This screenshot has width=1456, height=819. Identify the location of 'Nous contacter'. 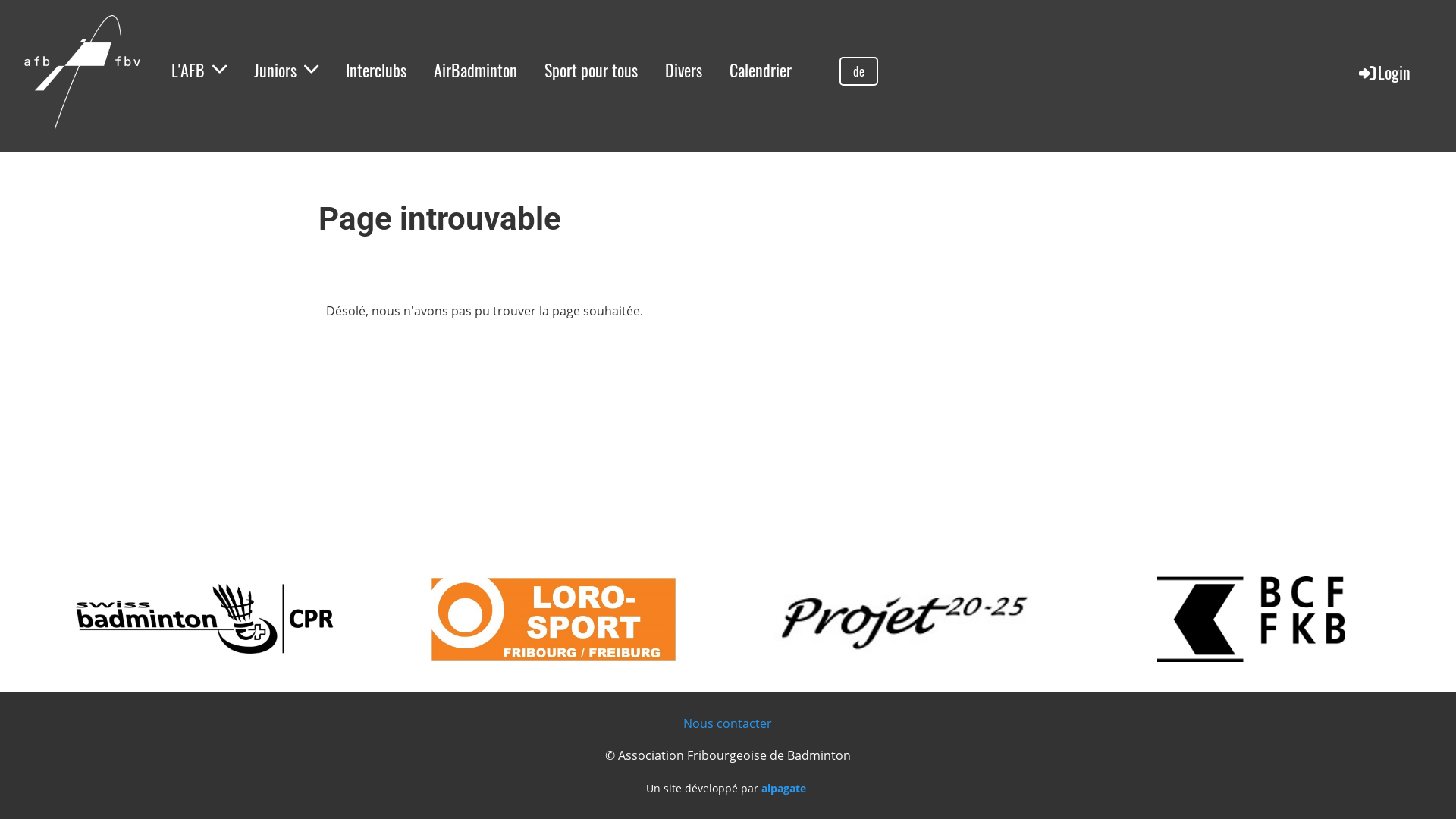
(726, 722).